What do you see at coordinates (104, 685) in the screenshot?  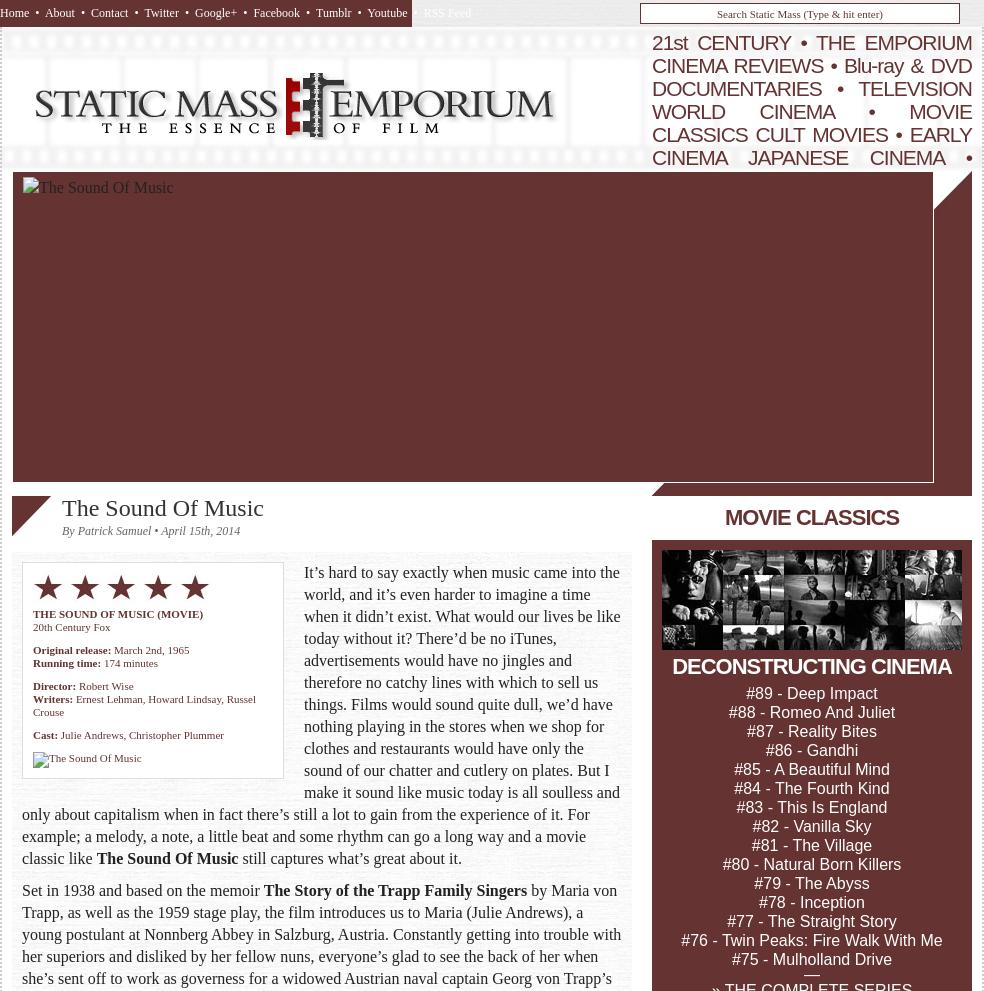 I see `'Robert Wise'` at bounding box center [104, 685].